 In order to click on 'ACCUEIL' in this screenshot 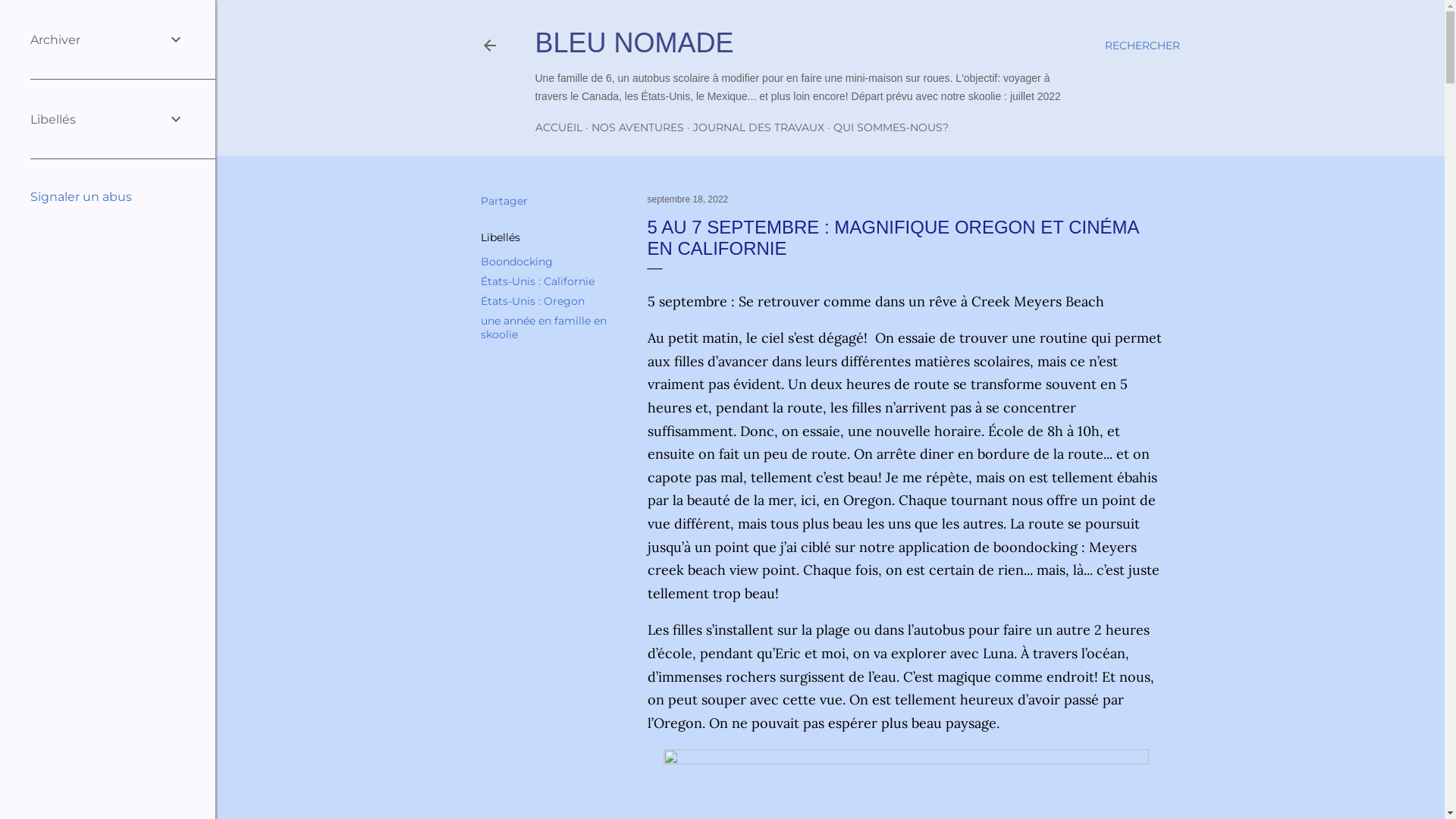, I will do `click(535, 127)`.